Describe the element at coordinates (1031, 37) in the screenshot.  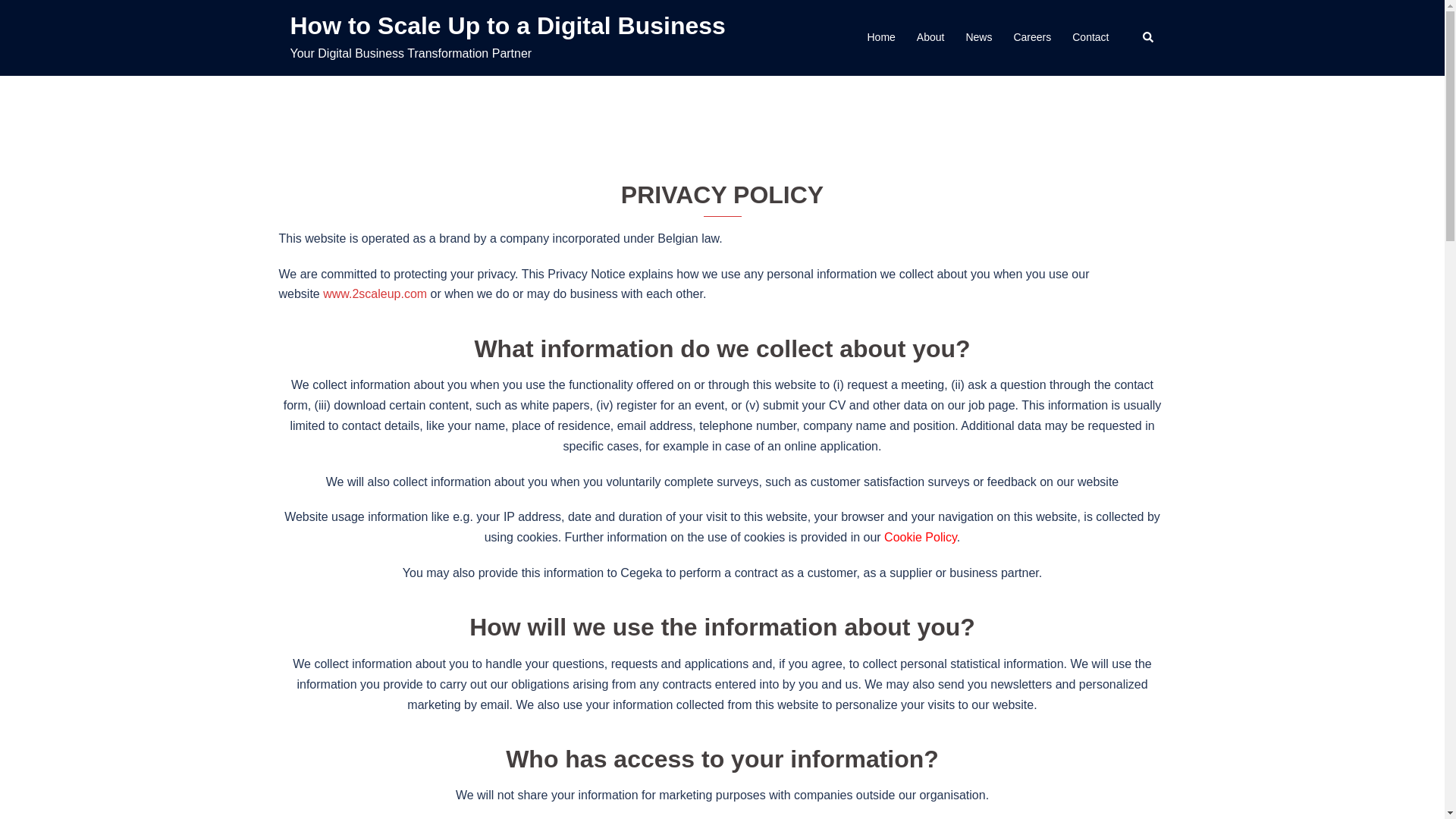
I see `'Careers'` at that location.